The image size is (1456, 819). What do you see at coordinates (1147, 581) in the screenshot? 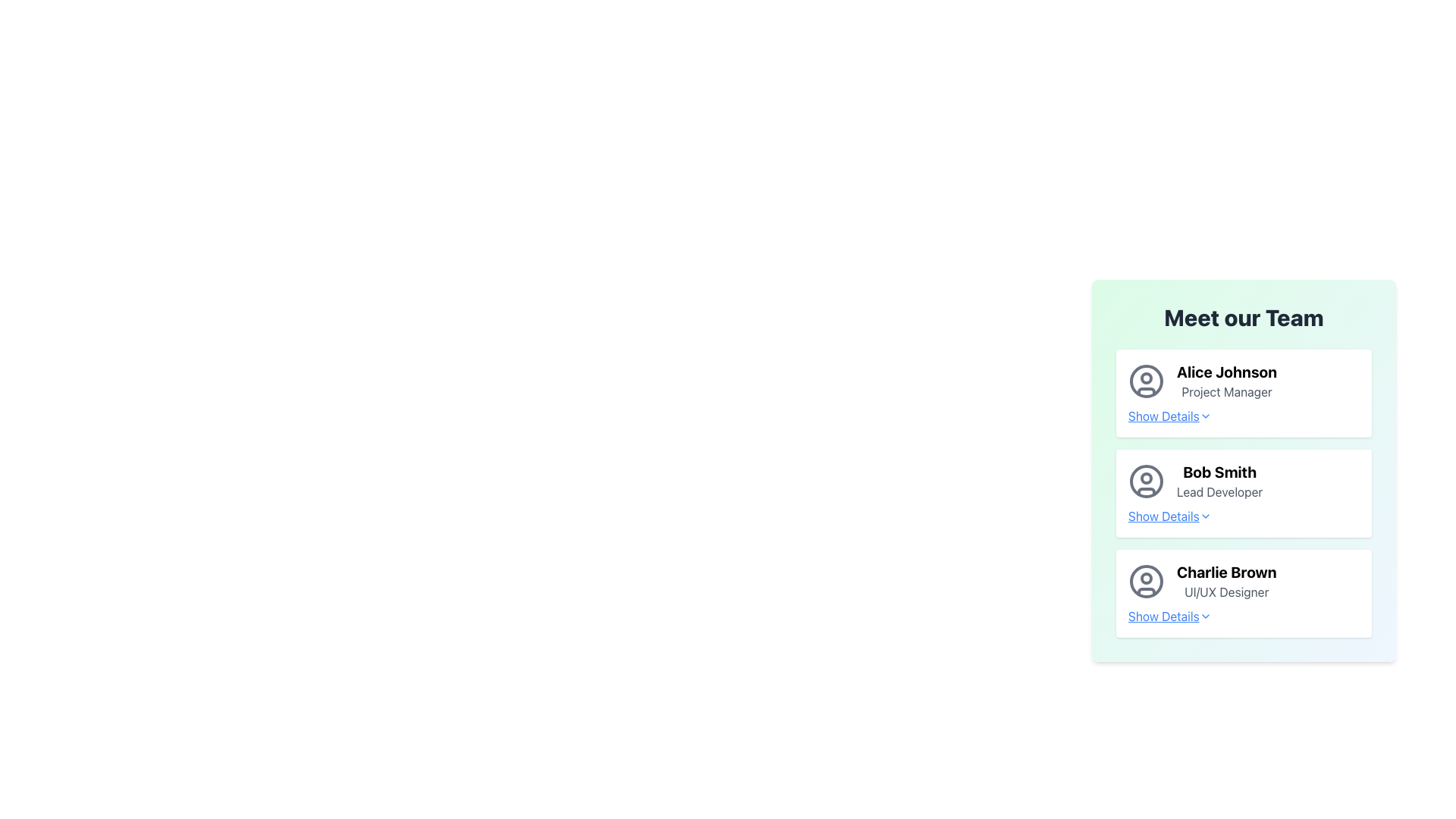
I see `the circular user silhouette icon in the profile card for 'Charlie Brown', located in the 'Meet our Team' section` at bounding box center [1147, 581].